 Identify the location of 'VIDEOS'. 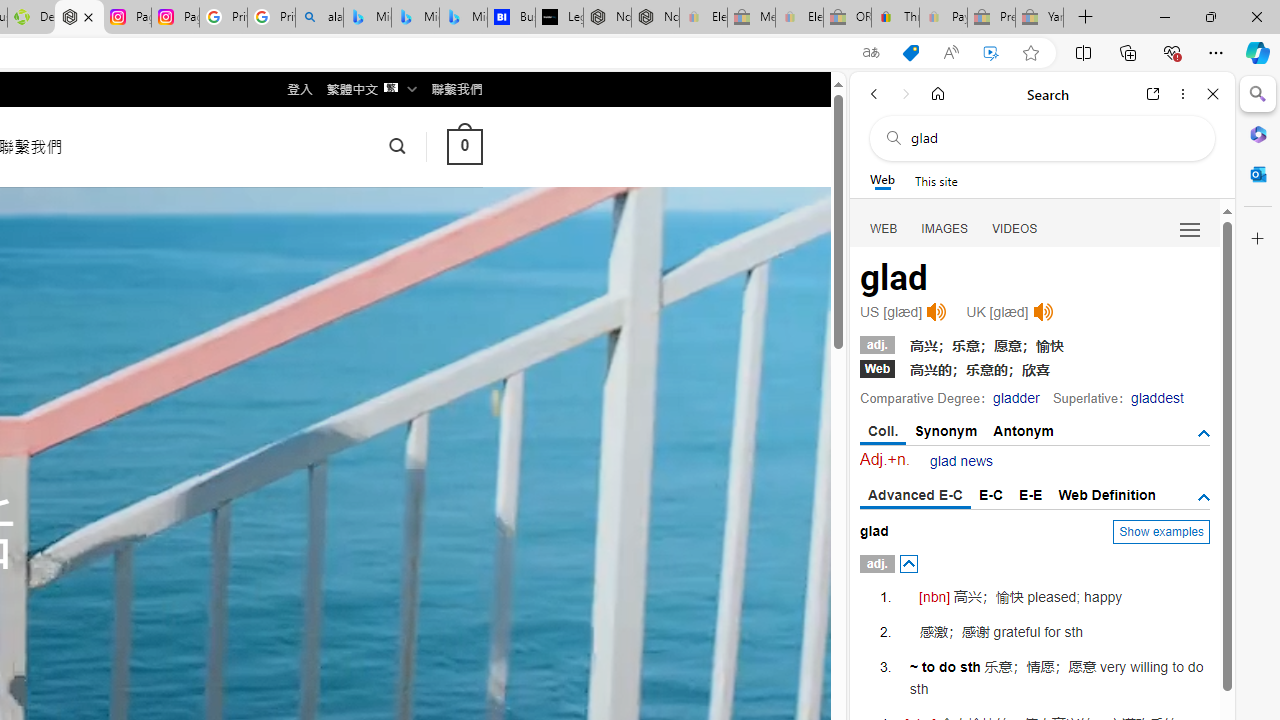
(1015, 227).